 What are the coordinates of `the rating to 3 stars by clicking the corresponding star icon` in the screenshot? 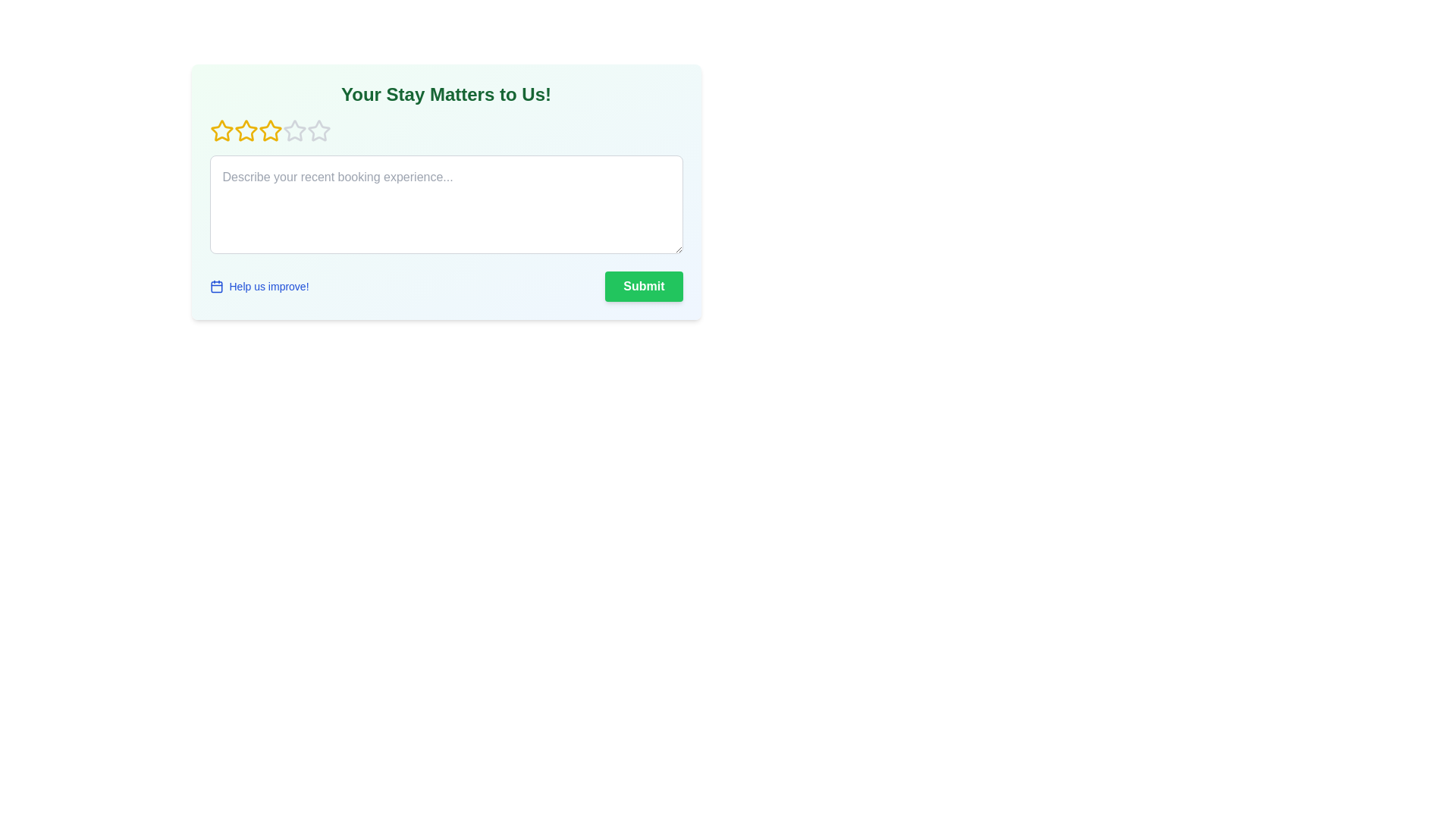 It's located at (270, 130).